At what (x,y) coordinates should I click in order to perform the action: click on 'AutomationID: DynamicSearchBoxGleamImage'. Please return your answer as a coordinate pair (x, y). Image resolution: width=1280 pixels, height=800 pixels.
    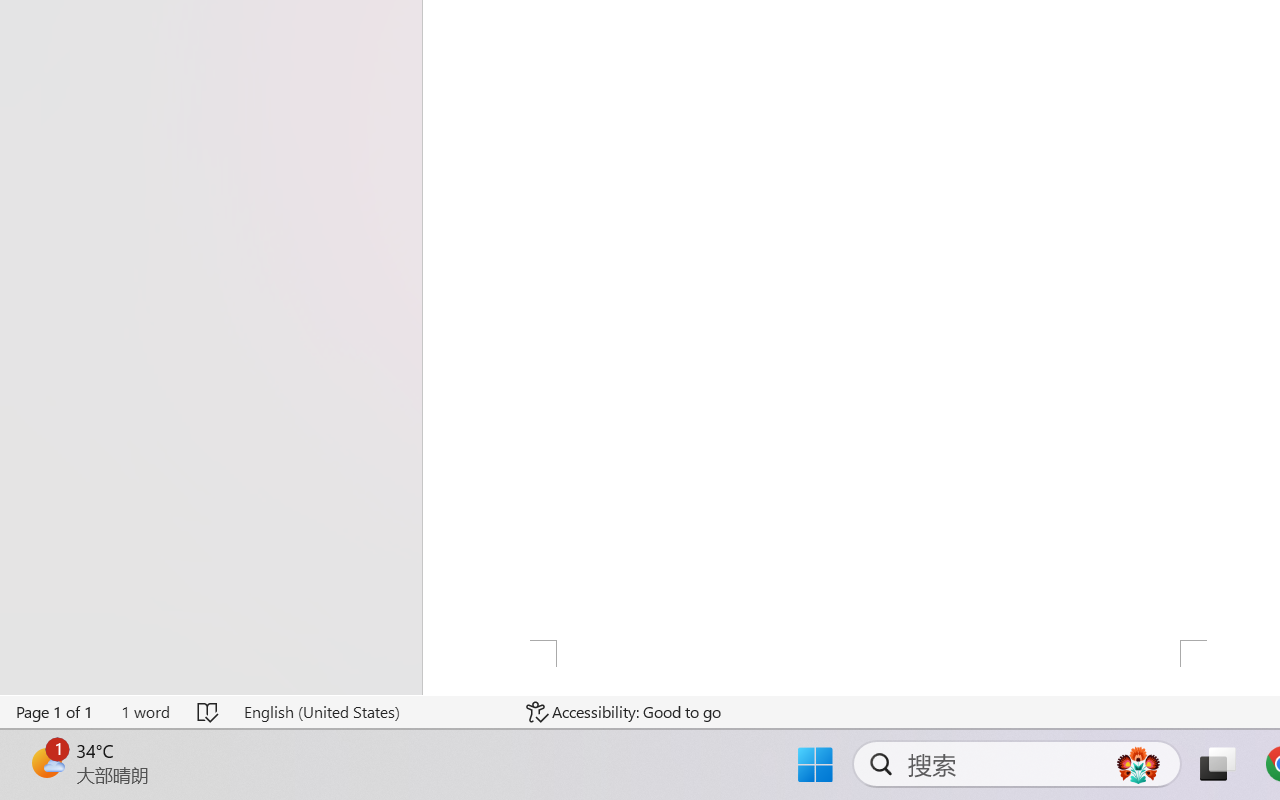
    Looking at the image, I should click on (1138, 764).